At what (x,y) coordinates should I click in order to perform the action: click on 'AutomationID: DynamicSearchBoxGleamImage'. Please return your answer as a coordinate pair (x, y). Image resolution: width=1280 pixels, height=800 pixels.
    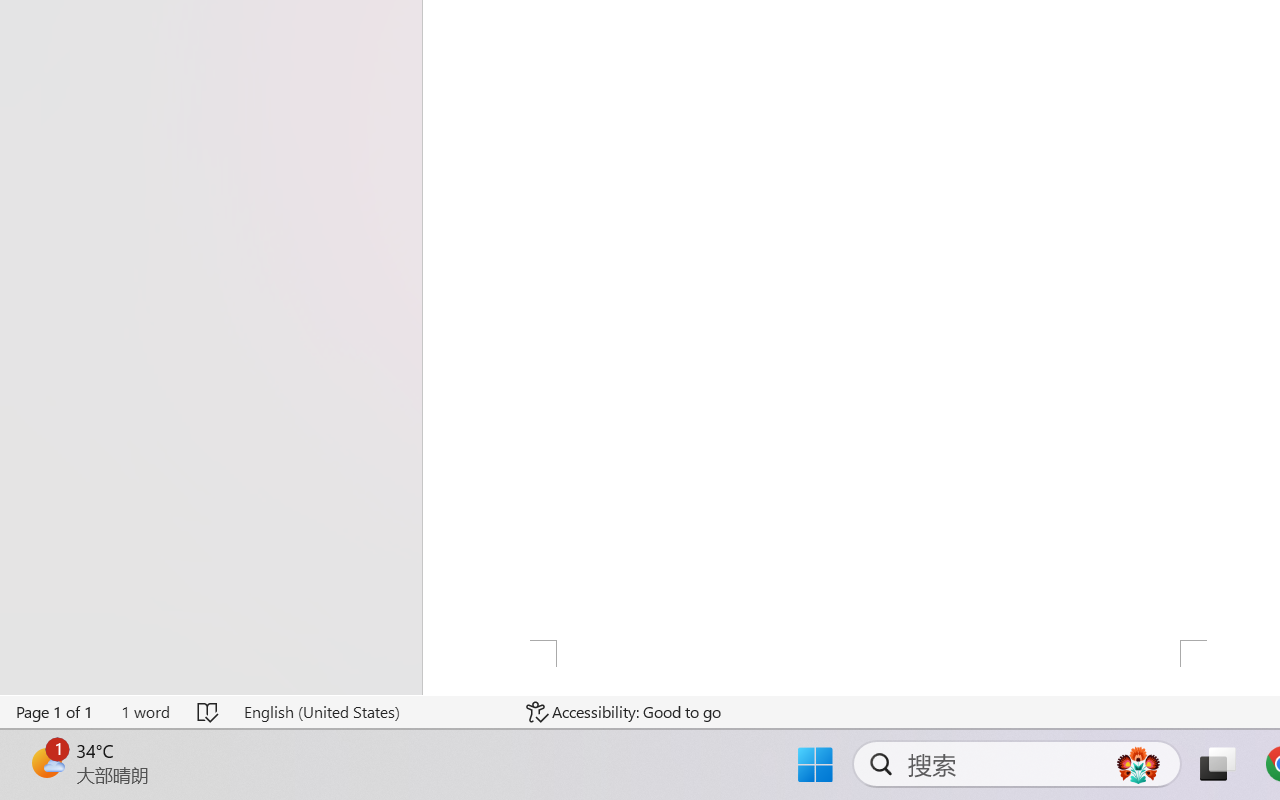
    Looking at the image, I should click on (1138, 764).